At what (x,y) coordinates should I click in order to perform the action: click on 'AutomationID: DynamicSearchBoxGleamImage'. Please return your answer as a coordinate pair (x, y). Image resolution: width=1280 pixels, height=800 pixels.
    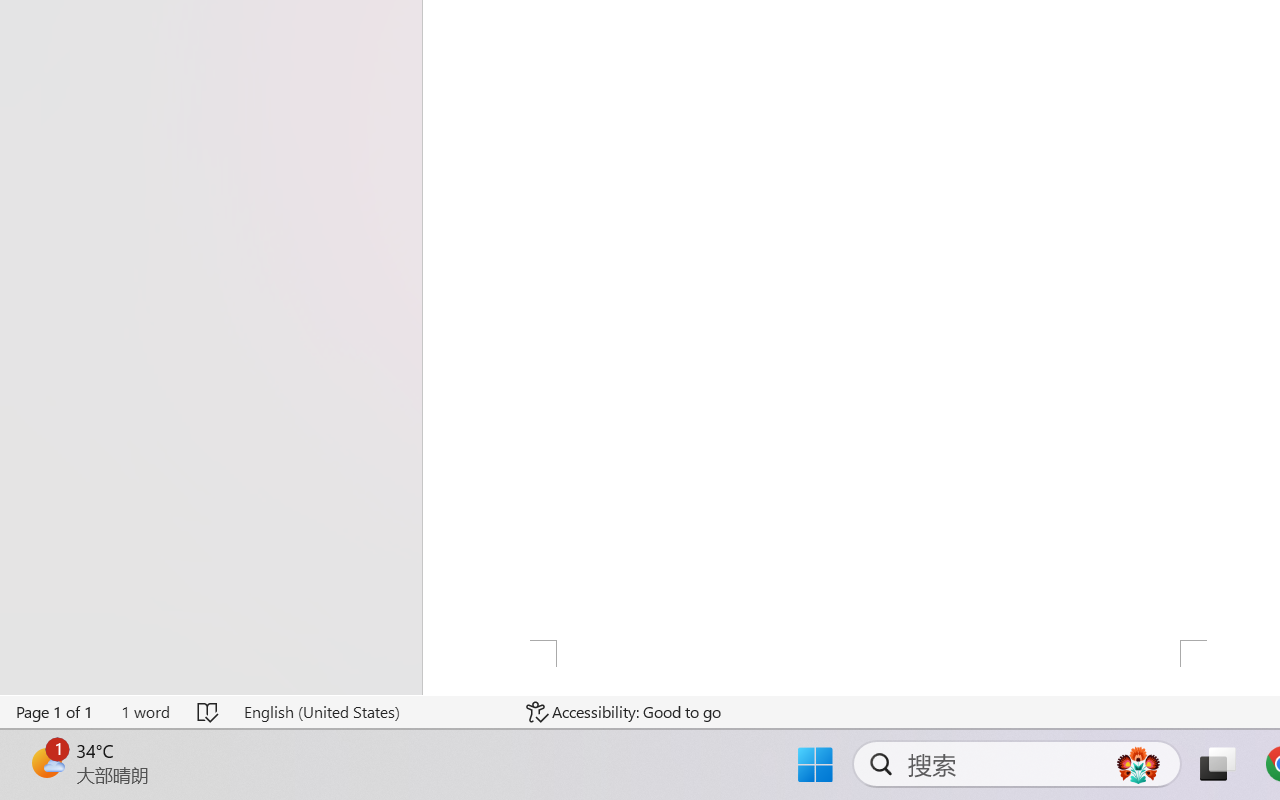
    Looking at the image, I should click on (1138, 764).